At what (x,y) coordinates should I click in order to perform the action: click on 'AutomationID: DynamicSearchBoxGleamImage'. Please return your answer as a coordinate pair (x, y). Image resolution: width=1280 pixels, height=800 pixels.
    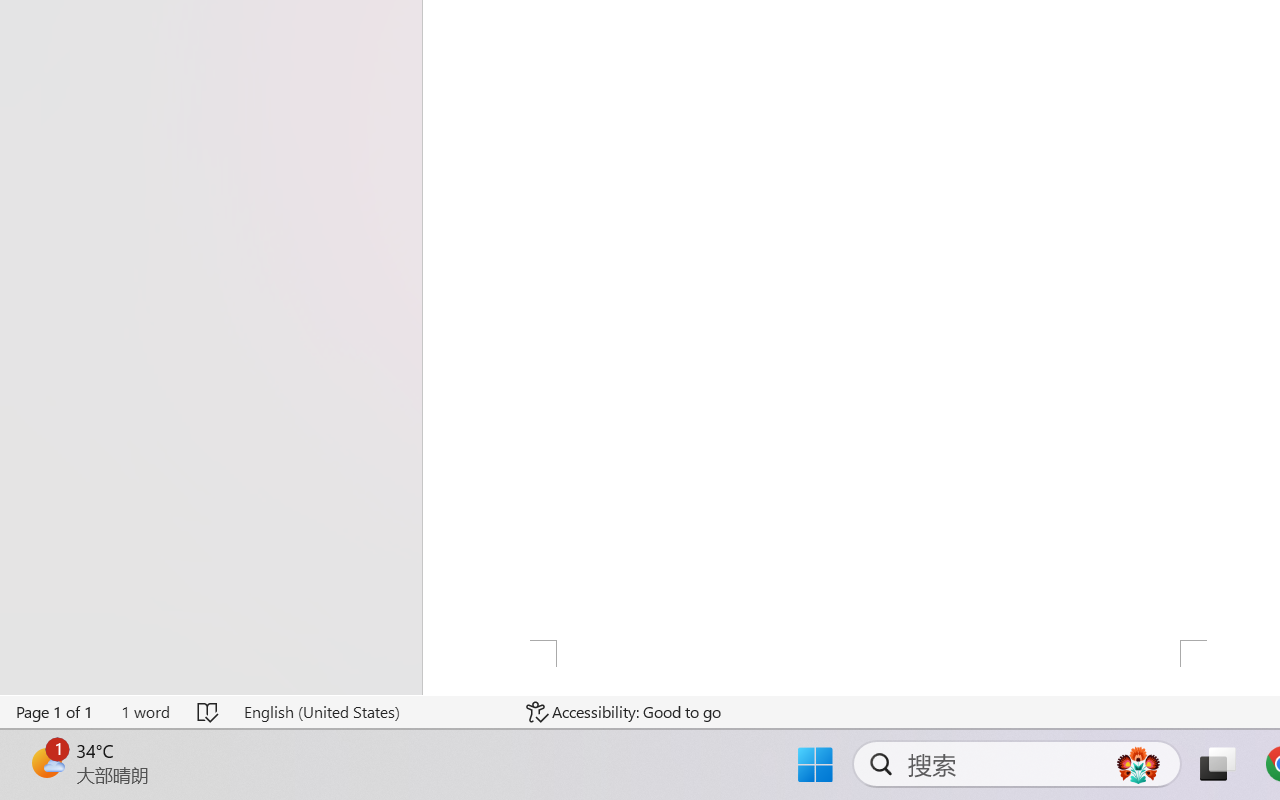
    Looking at the image, I should click on (1138, 764).